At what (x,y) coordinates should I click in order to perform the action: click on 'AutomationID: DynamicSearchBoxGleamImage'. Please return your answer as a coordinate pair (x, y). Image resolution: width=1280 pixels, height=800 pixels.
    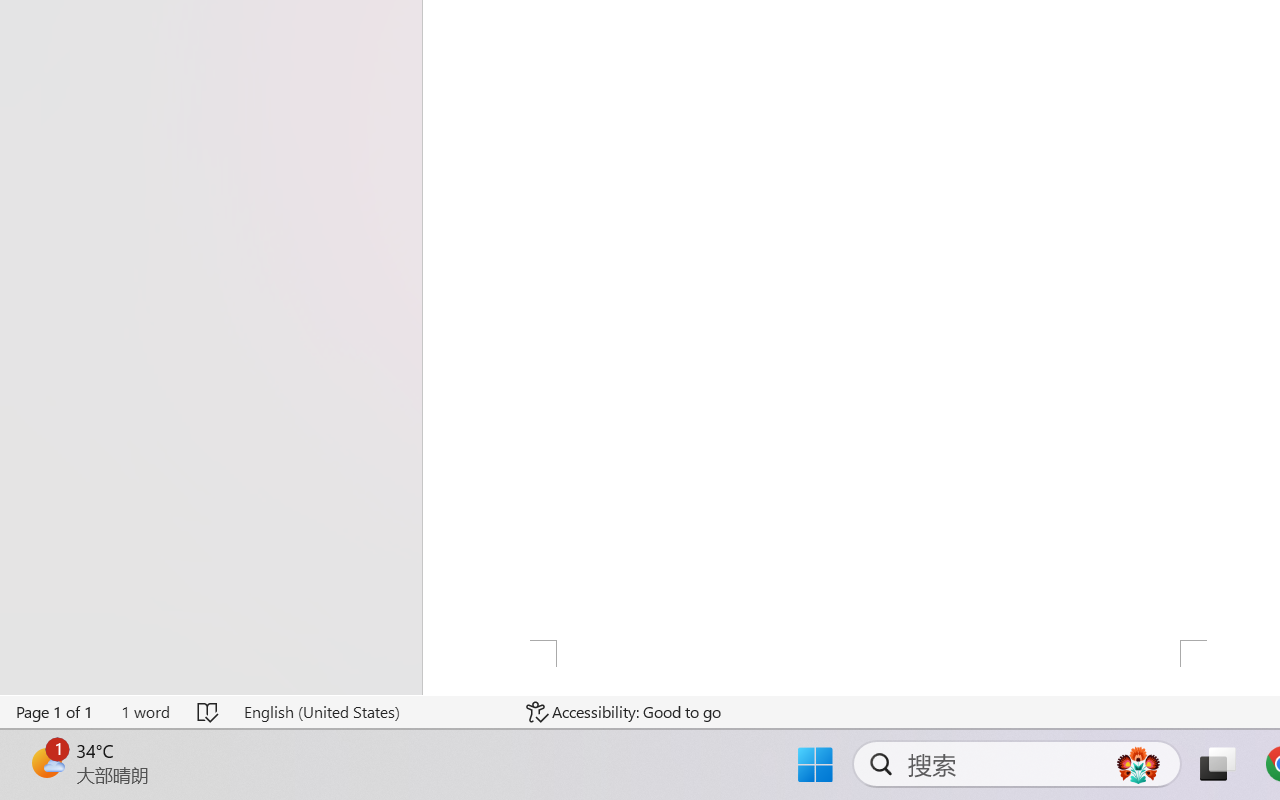
    Looking at the image, I should click on (1138, 764).